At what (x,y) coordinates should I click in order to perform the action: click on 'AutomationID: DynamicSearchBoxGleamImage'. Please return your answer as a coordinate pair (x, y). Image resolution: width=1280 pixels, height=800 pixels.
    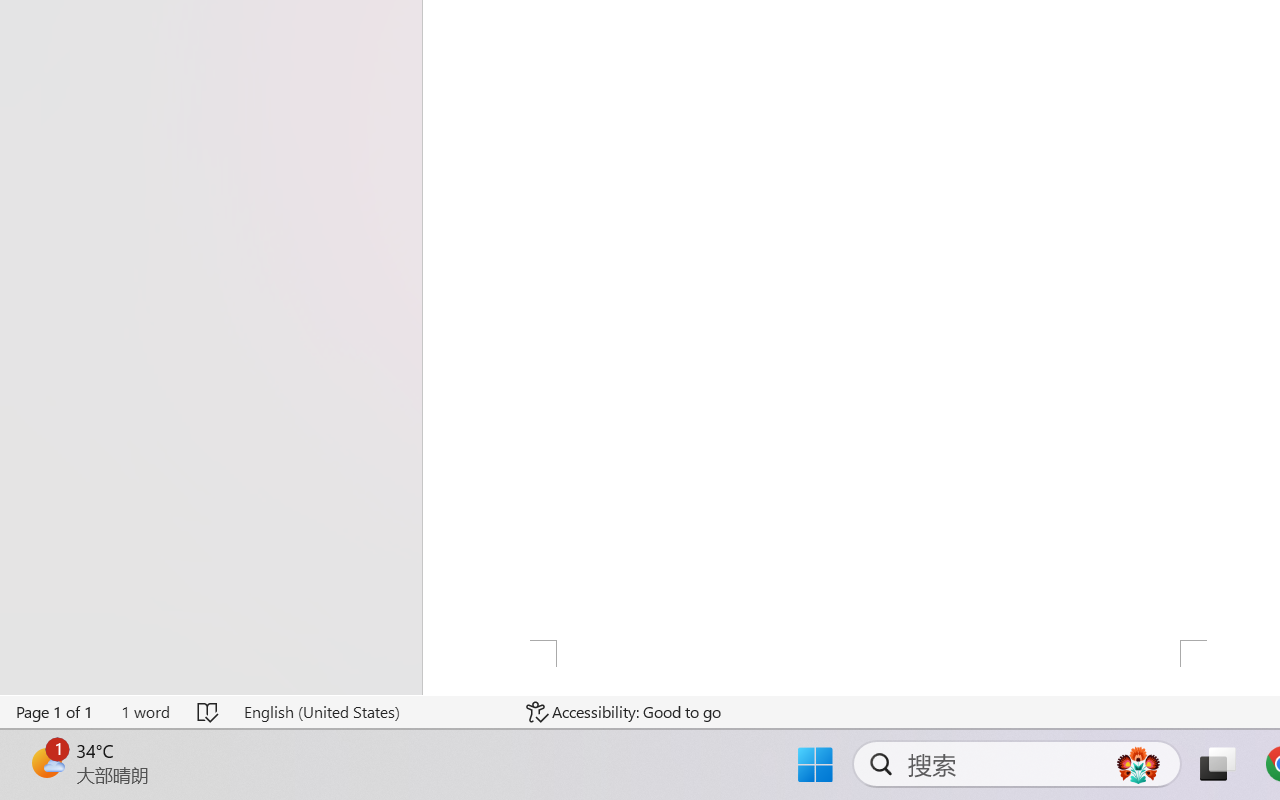
    Looking at the image, I should click on (1138, 764).